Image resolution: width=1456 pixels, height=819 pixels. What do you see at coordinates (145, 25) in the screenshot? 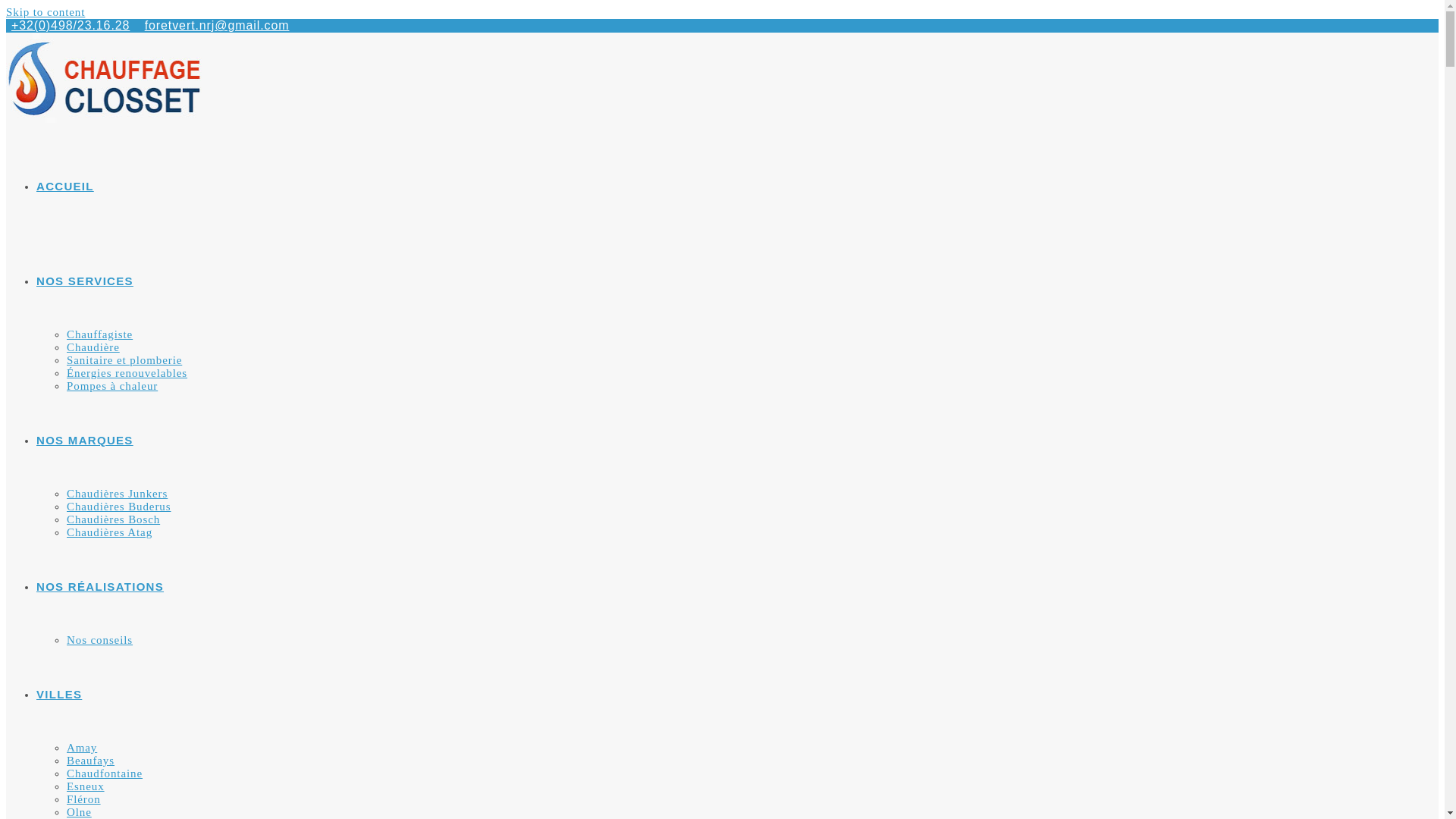
I see `'foretvert.nrj@gmail.com'` at bounding box center [145, 25].